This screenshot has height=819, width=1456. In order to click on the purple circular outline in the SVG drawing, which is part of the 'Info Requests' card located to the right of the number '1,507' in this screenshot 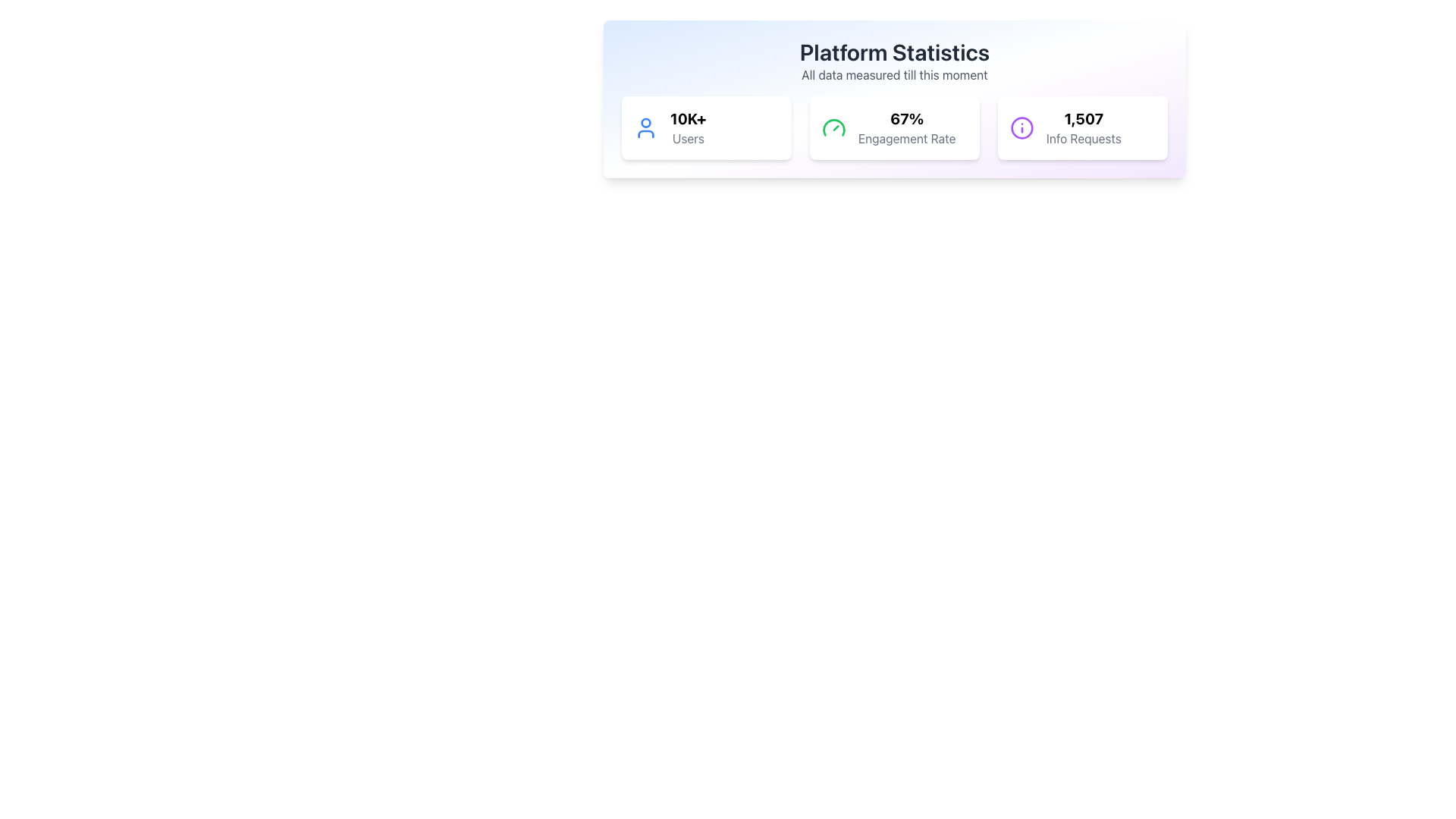, I will do `click(1022, 127)`.